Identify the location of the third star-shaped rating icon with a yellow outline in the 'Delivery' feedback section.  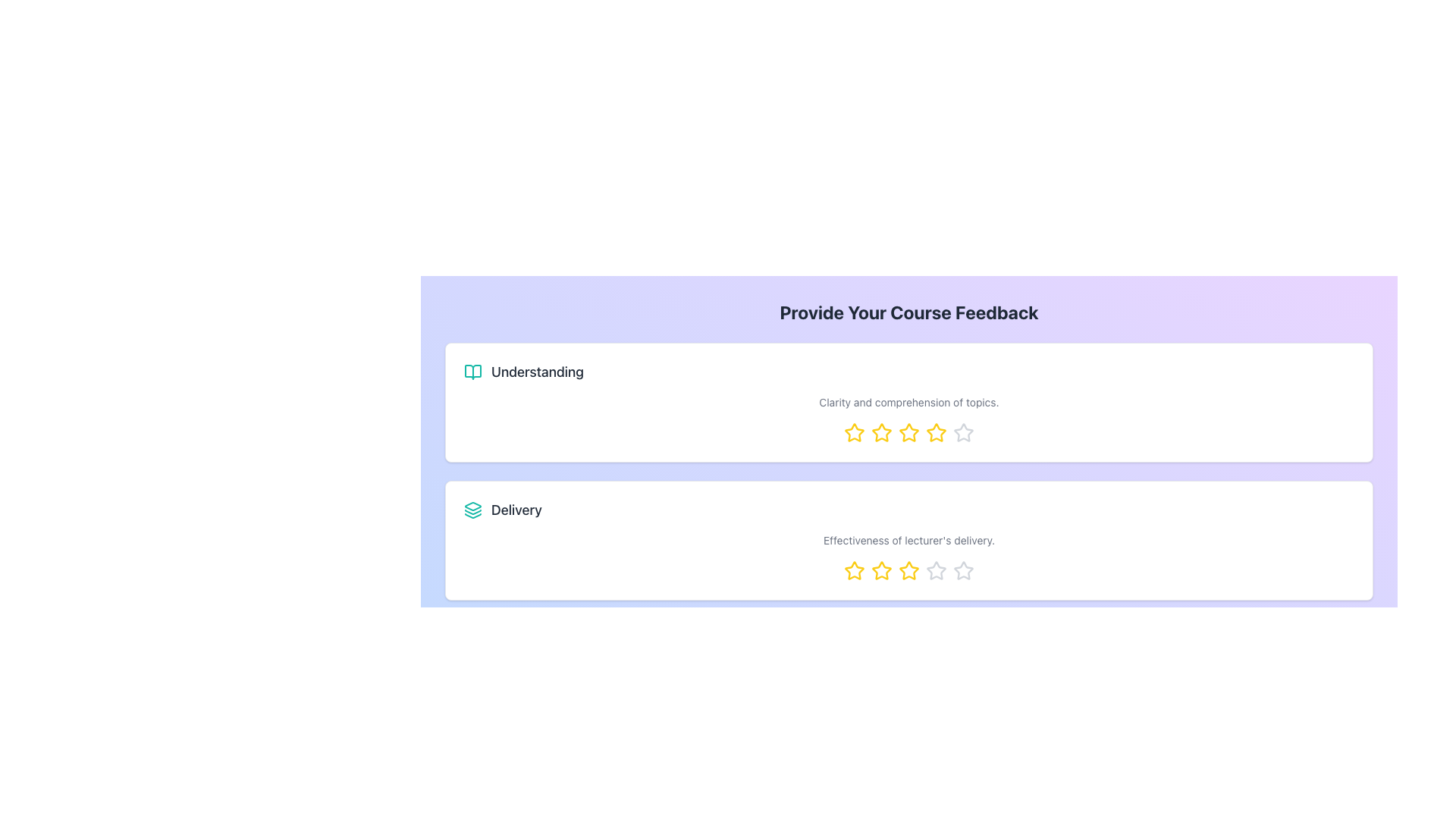
(881, 570).